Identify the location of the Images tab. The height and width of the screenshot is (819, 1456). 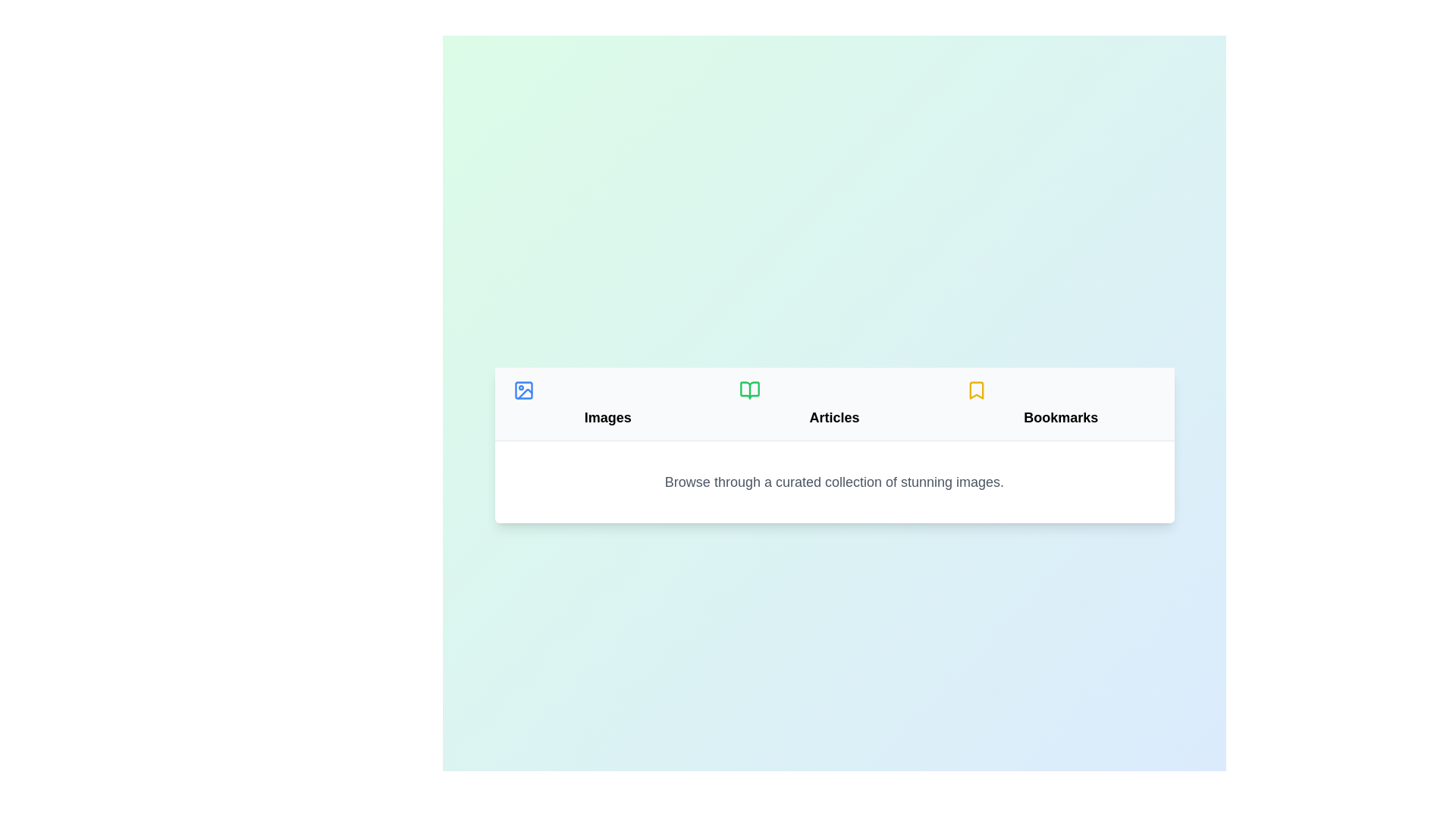
(607, 403).